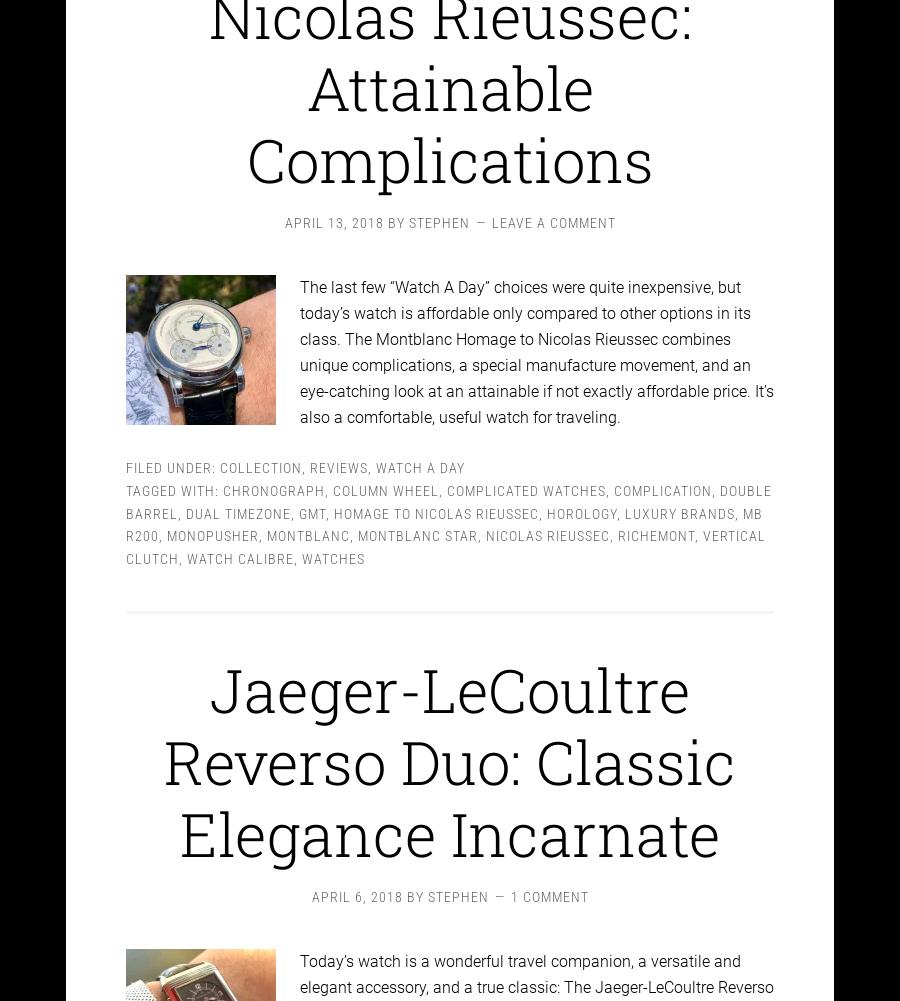 Image resolution: width=900 pixels, height=1001 pixels. Describe the element at coordinates (582, 495) in the screenshot. I see `'Horology'` at that location.